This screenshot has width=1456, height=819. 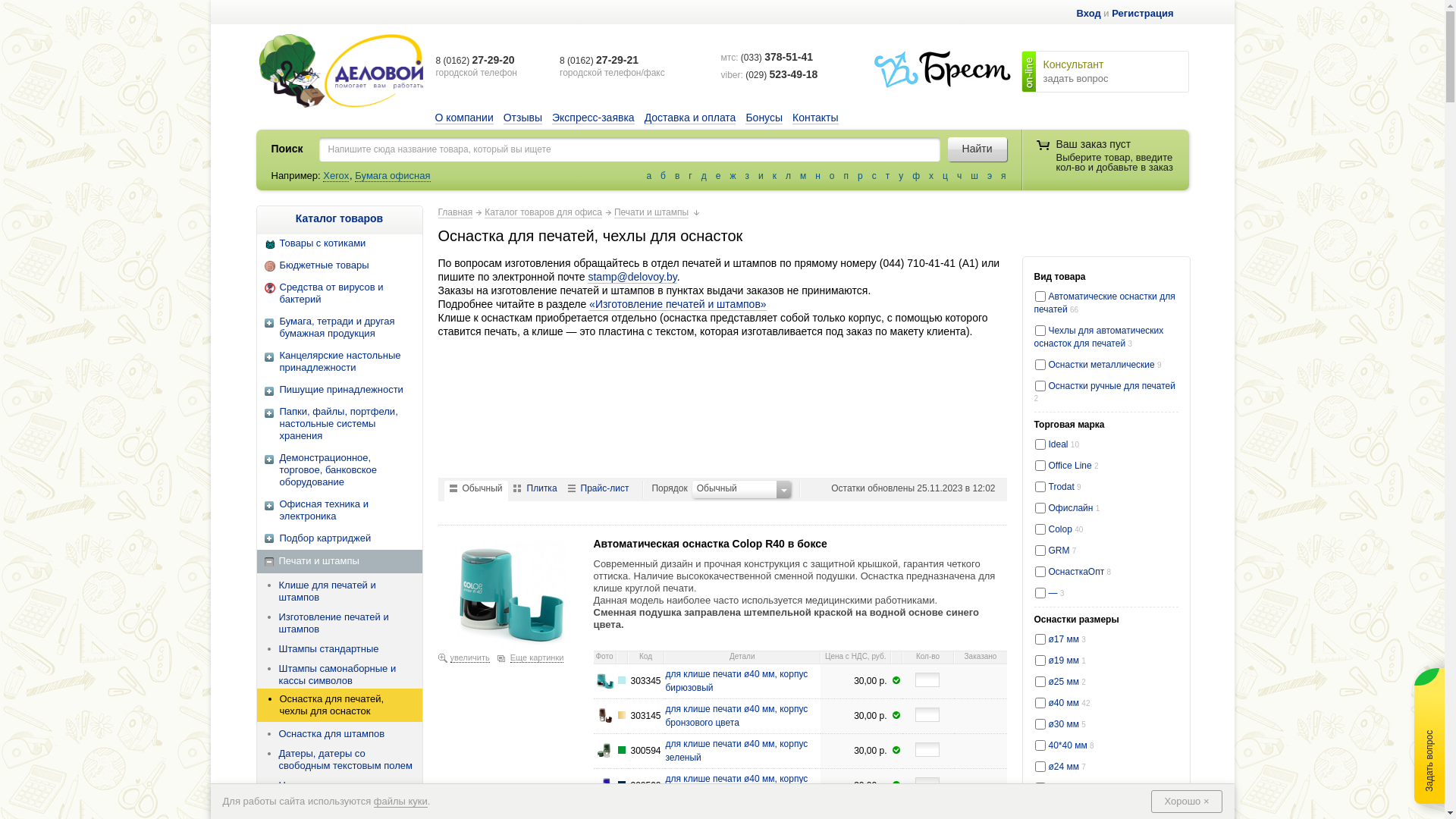 I want to click on 'stamp@delovoy.by', so click(x=632, y=277).